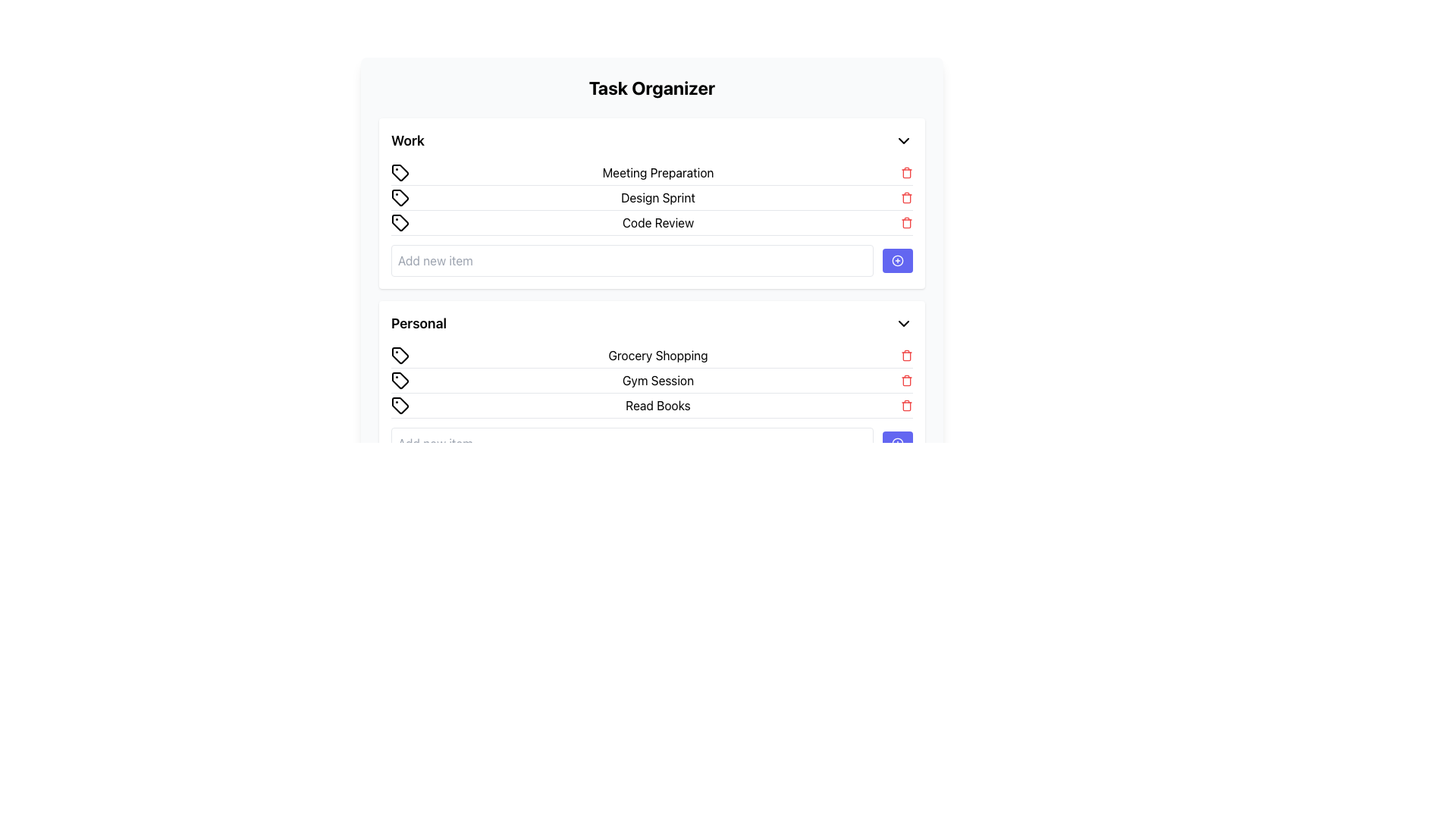  I want to click on the part of the tag icon that is diamond-shaped with a circular cut-out, located to the left of the 'Design Sprint' text in the 'Task Organizer' interface, so click(400, 197).